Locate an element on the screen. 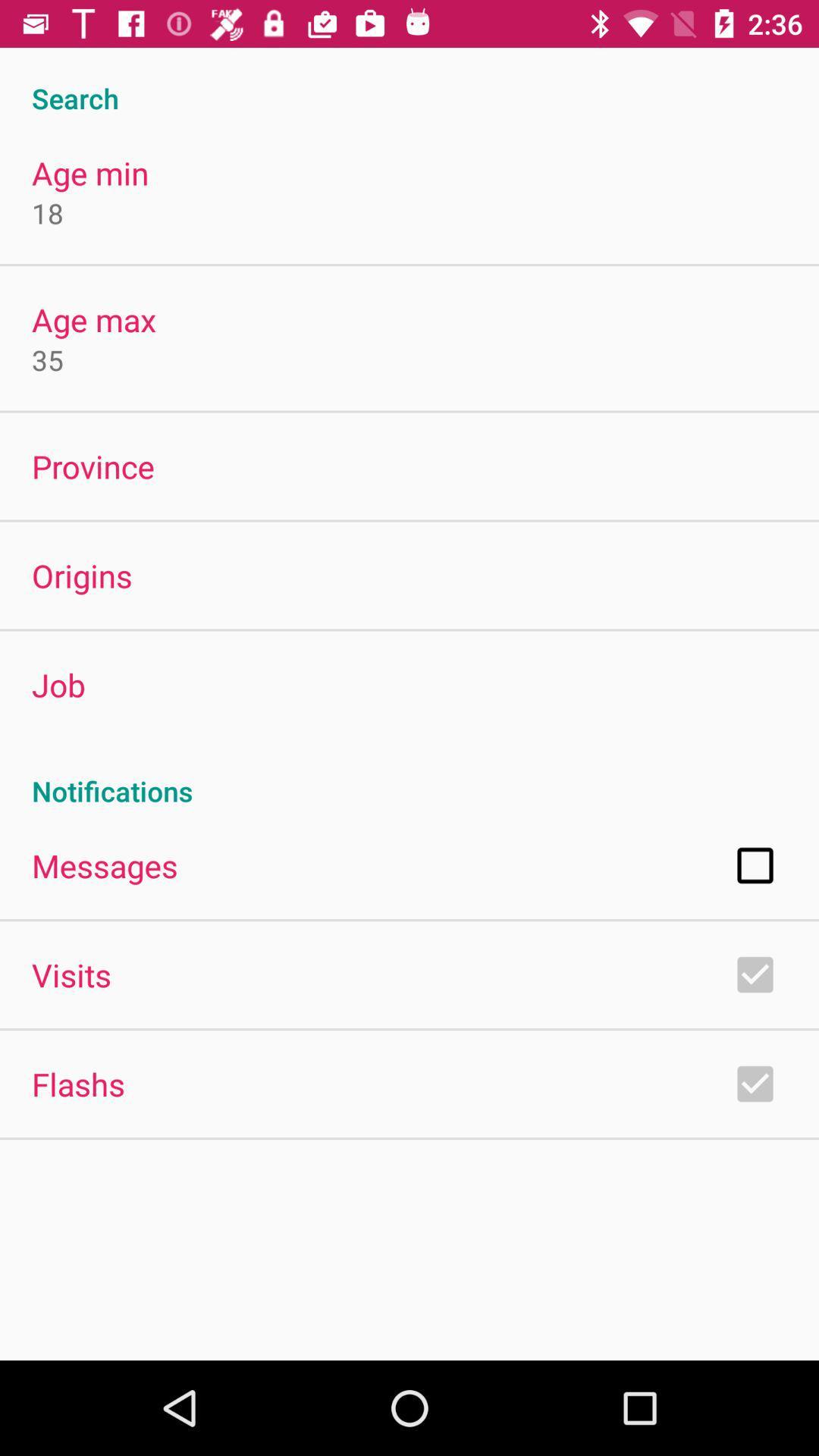 This screenshot has width=819, height=1456. app below notifications app is located at coordinates (104, 865).